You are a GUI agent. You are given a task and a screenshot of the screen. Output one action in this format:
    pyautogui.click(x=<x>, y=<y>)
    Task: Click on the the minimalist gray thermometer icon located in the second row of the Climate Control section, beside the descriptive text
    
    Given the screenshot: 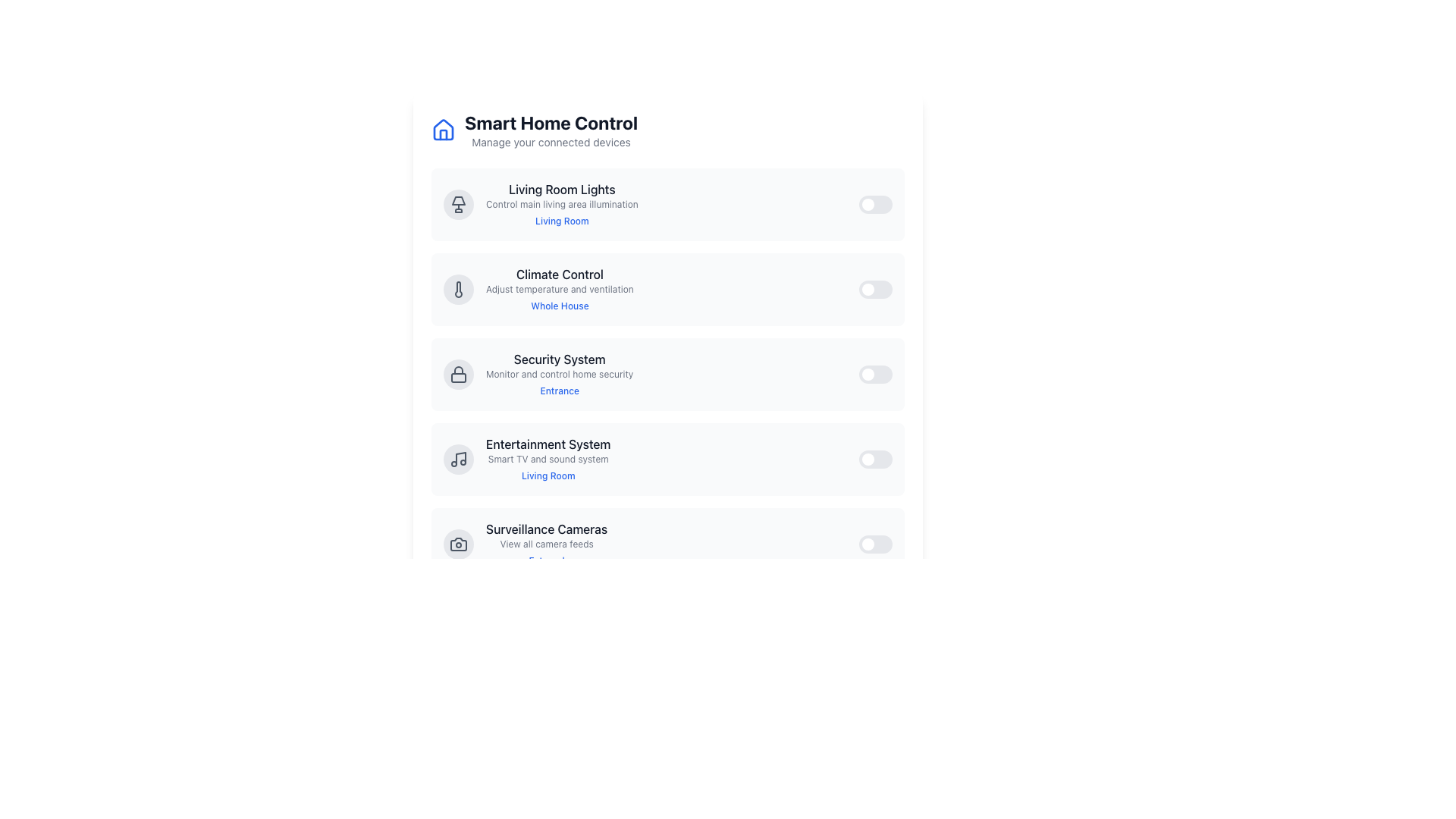 What is the action you would take?
    pyautogui.click(x=457, y=289)
    